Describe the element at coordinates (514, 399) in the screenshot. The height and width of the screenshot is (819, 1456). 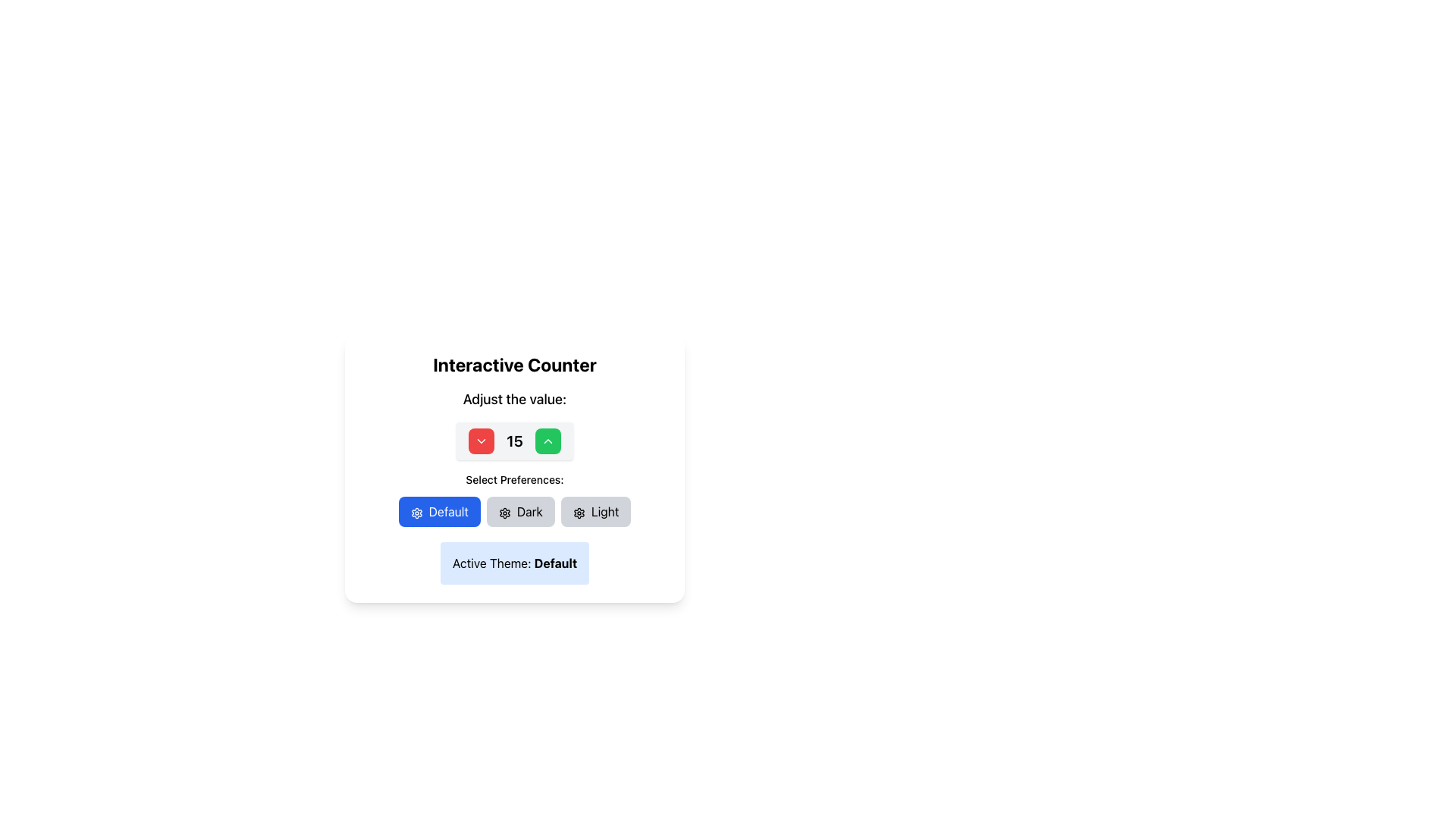
I see `the prominent text label displaying 'Adjust the value:' that is located at the center-top of its containing panel` at that location.